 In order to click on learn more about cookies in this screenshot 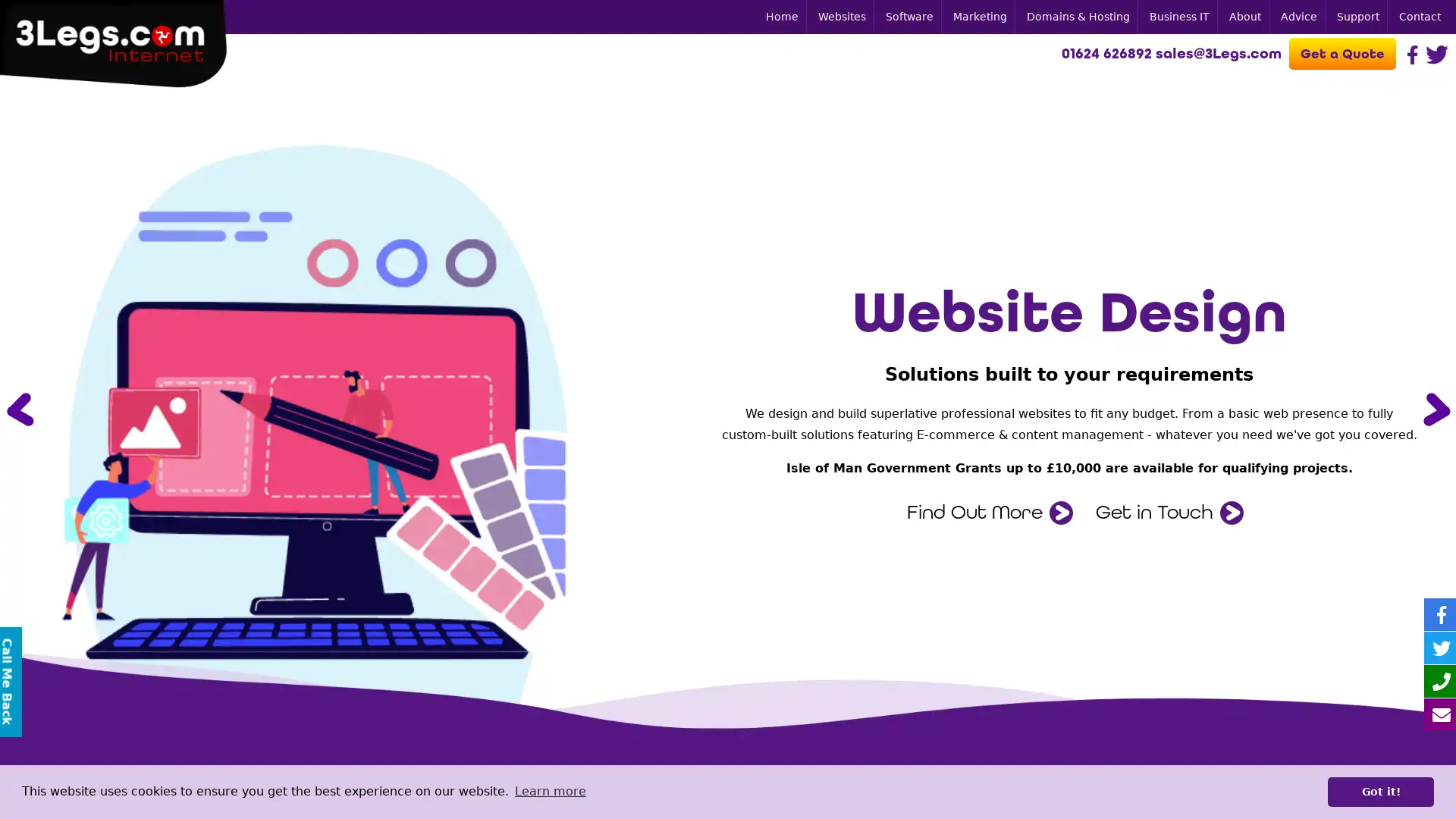, I will do `click(549, 791)`.